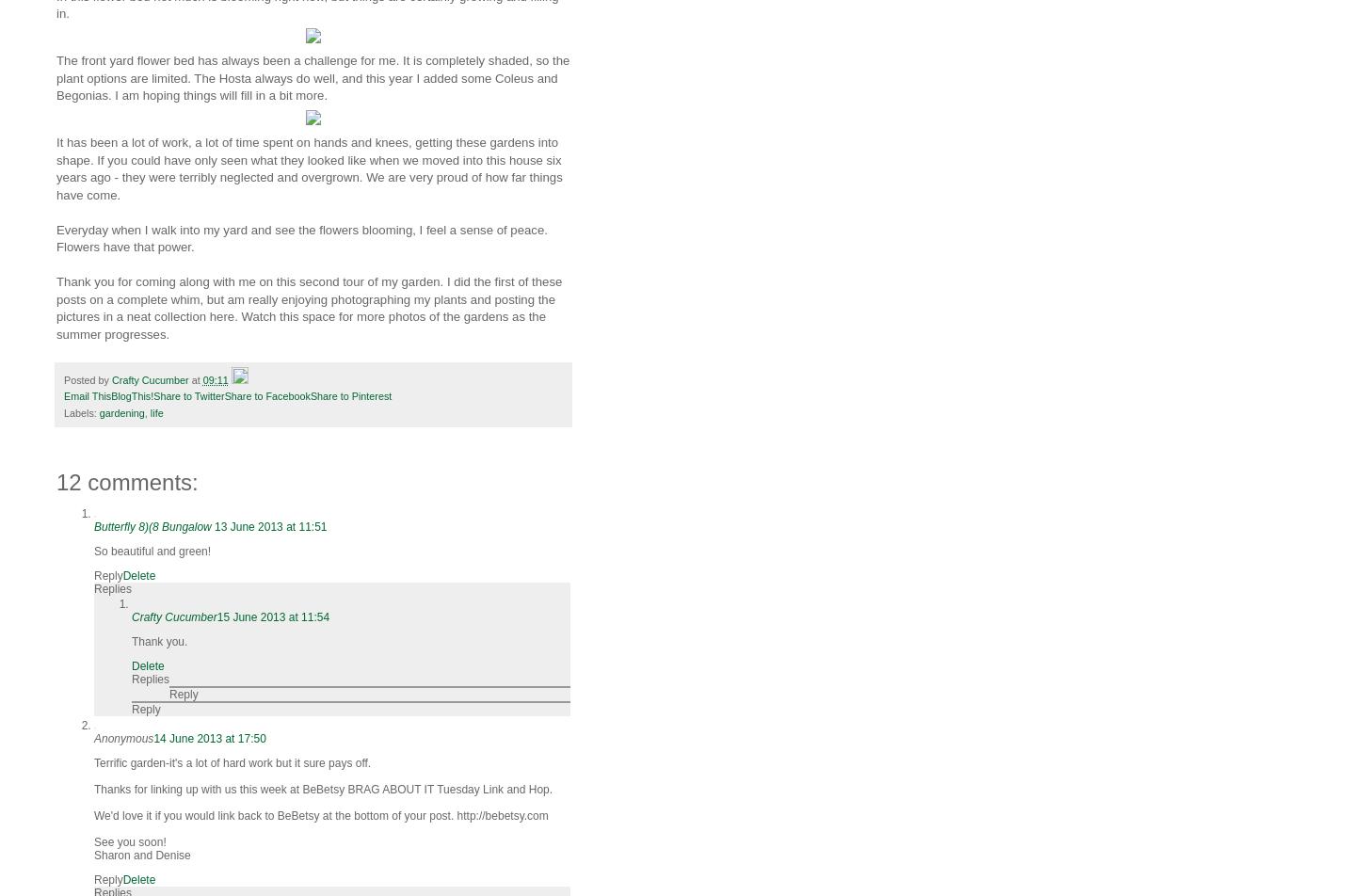 The image size is (1363, 896). What do you see at coordinates (152, 551) in the screenshot?
I see `'So beautiful and green!'` at bounding box center [152, 551].